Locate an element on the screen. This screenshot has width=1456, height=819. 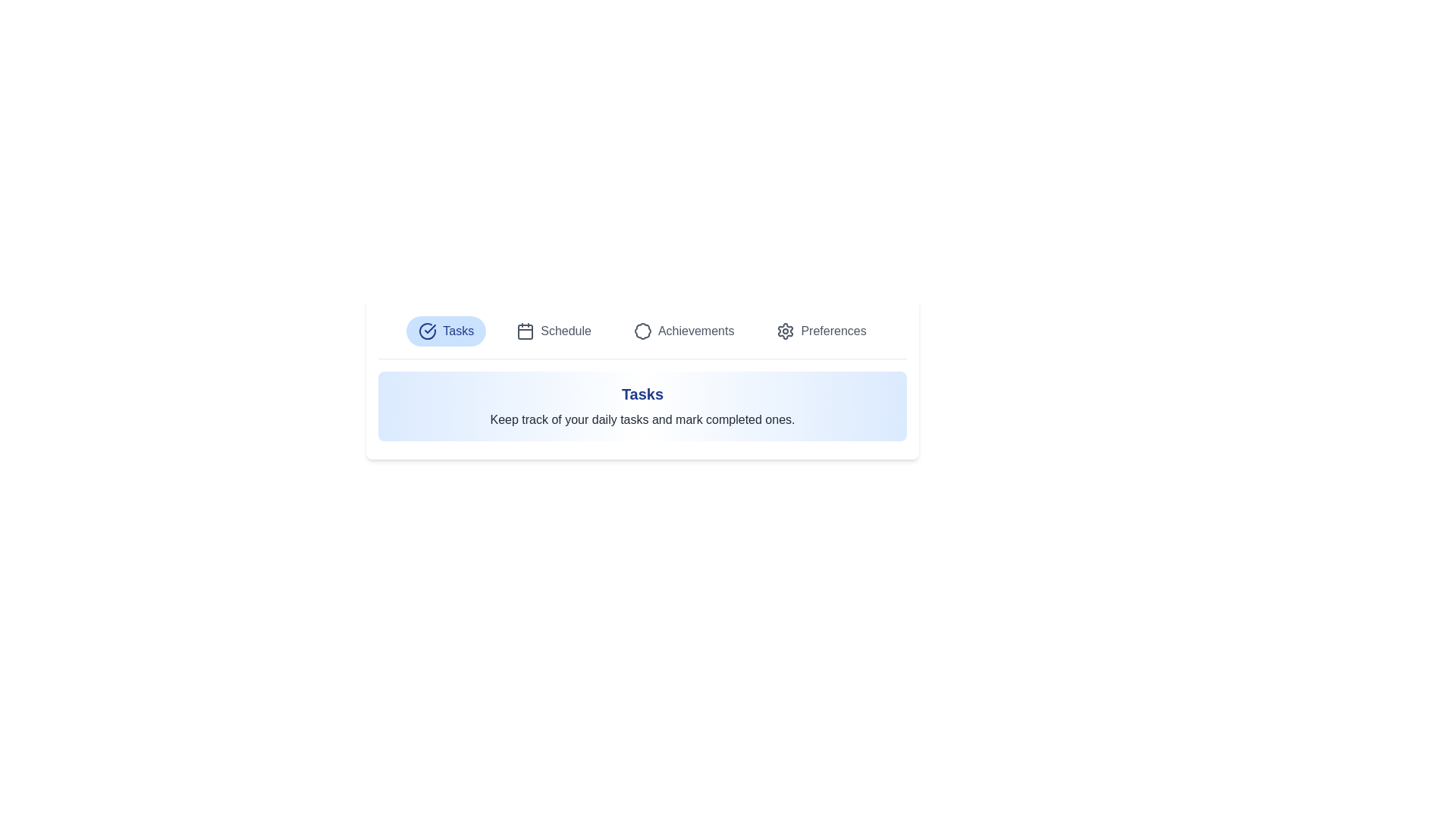
the 'Schedule' navigation link, which is the second item in the navigation row, positioned to the right of the 'Tasks' link and preceded by a calendar icon is located at coordinates (565, 330).